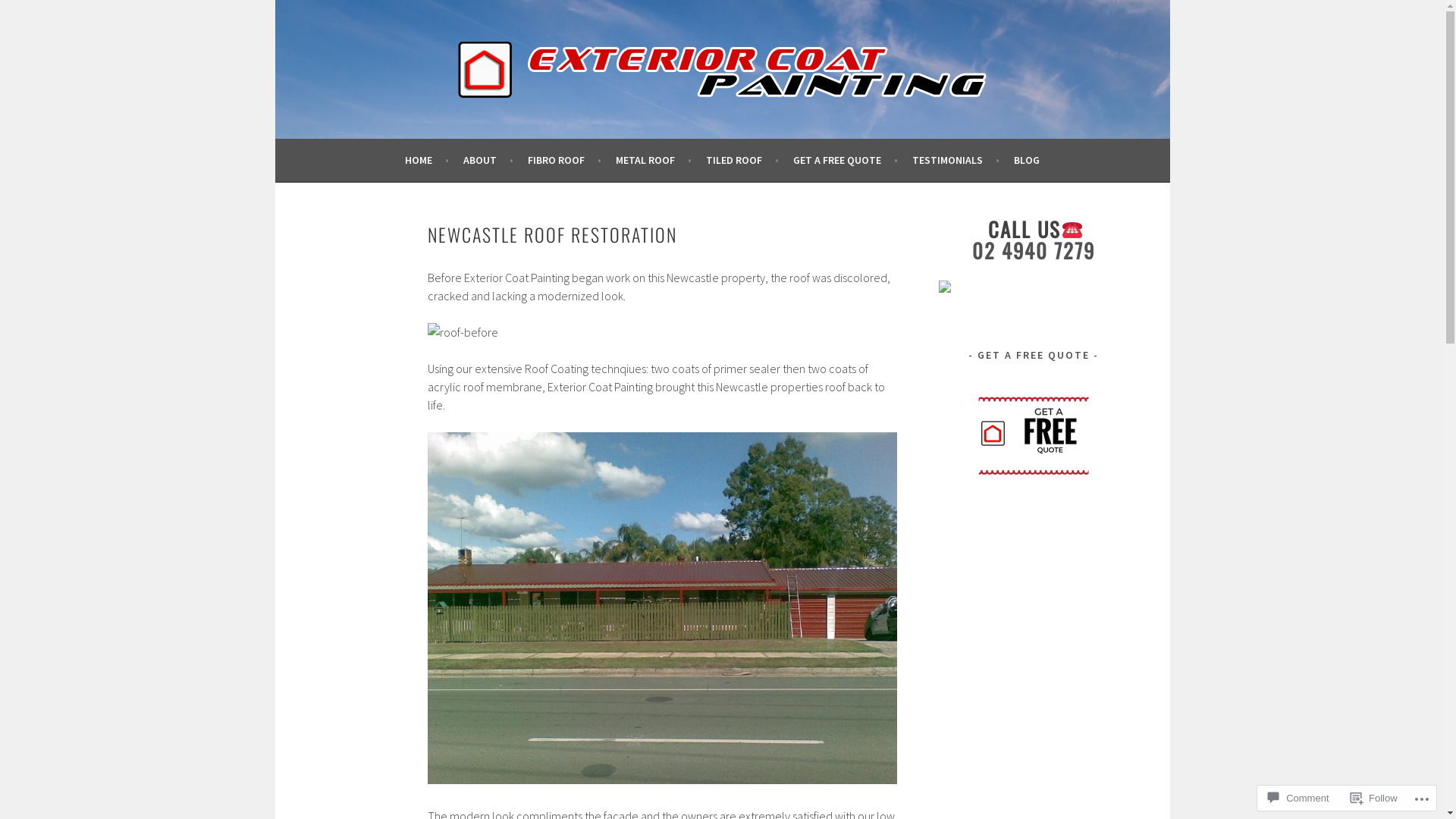 The width and height of the screenshot is (1456, 819). What do you see at coordinates (1262, 797) in the screenshot?
I see `'Comment'` at bounding box center [1262, 797].